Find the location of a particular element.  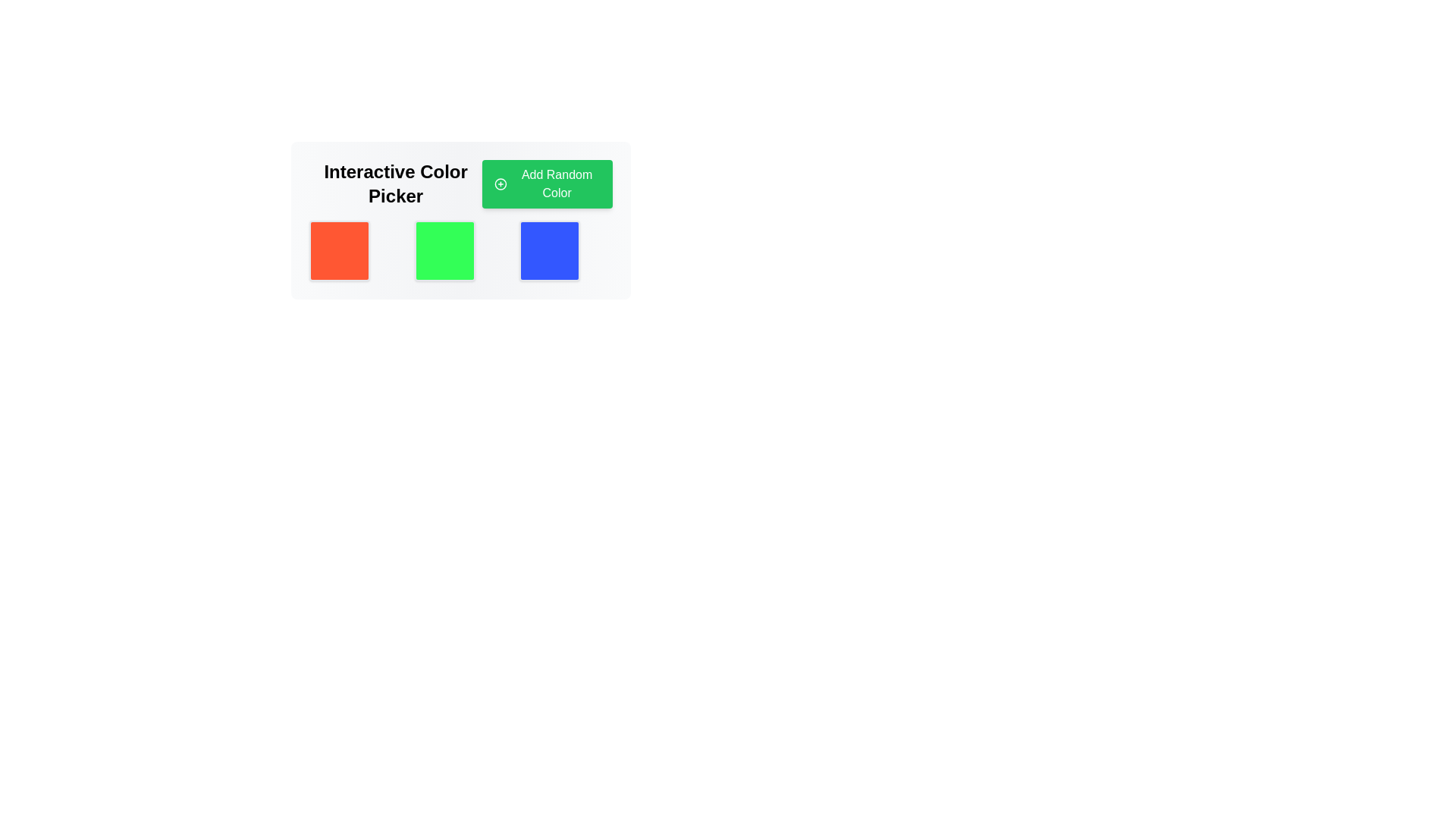

the green color swatch, which is the second square in a row of three, located centrally below the 'Interactive Color Picker' heading and the 'Add Random Color' button is located at coordinates (460, 220).